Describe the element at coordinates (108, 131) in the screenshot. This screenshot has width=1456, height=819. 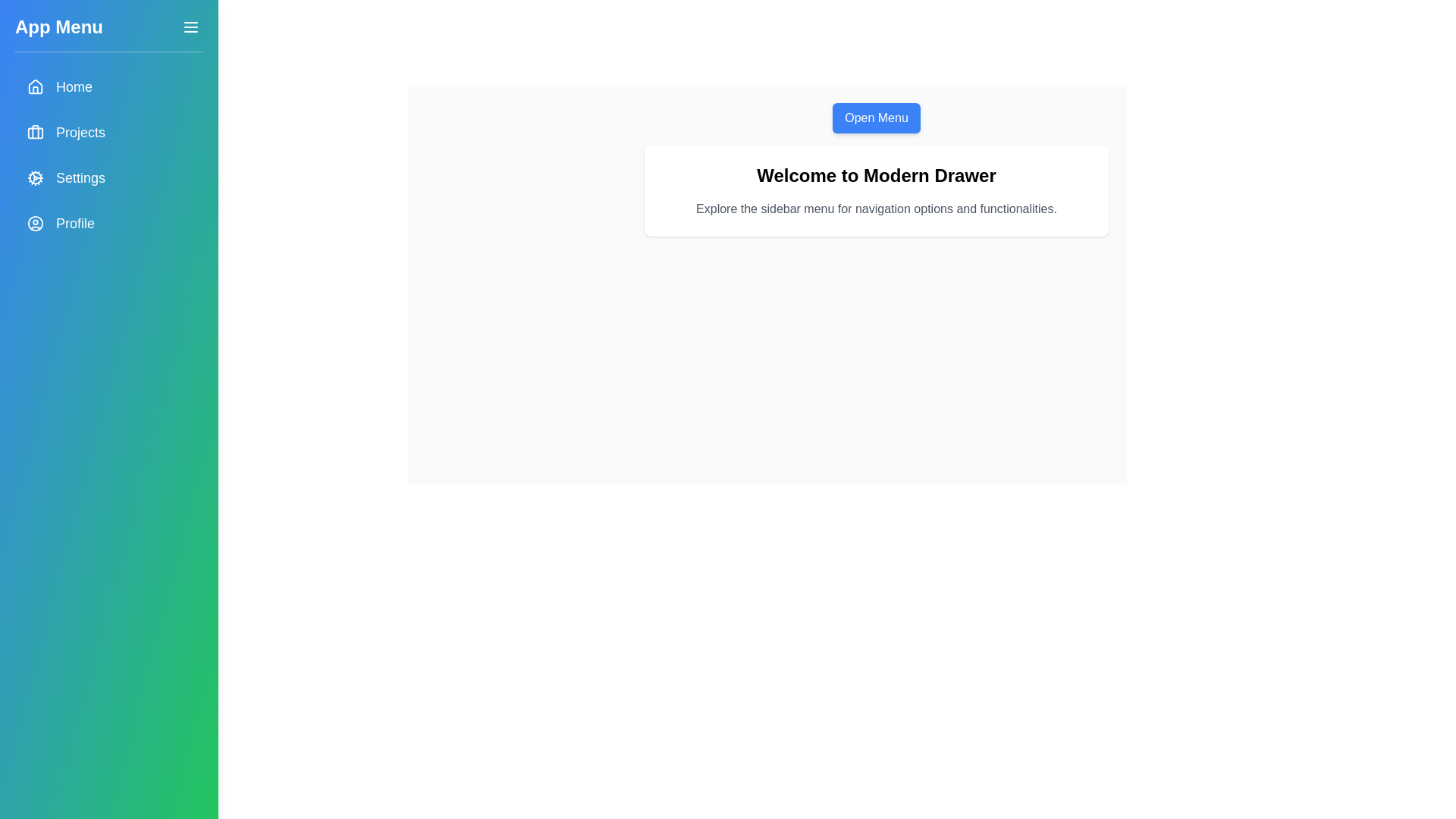
I see `the navigation option Projects from the sidebar menu` at that location.